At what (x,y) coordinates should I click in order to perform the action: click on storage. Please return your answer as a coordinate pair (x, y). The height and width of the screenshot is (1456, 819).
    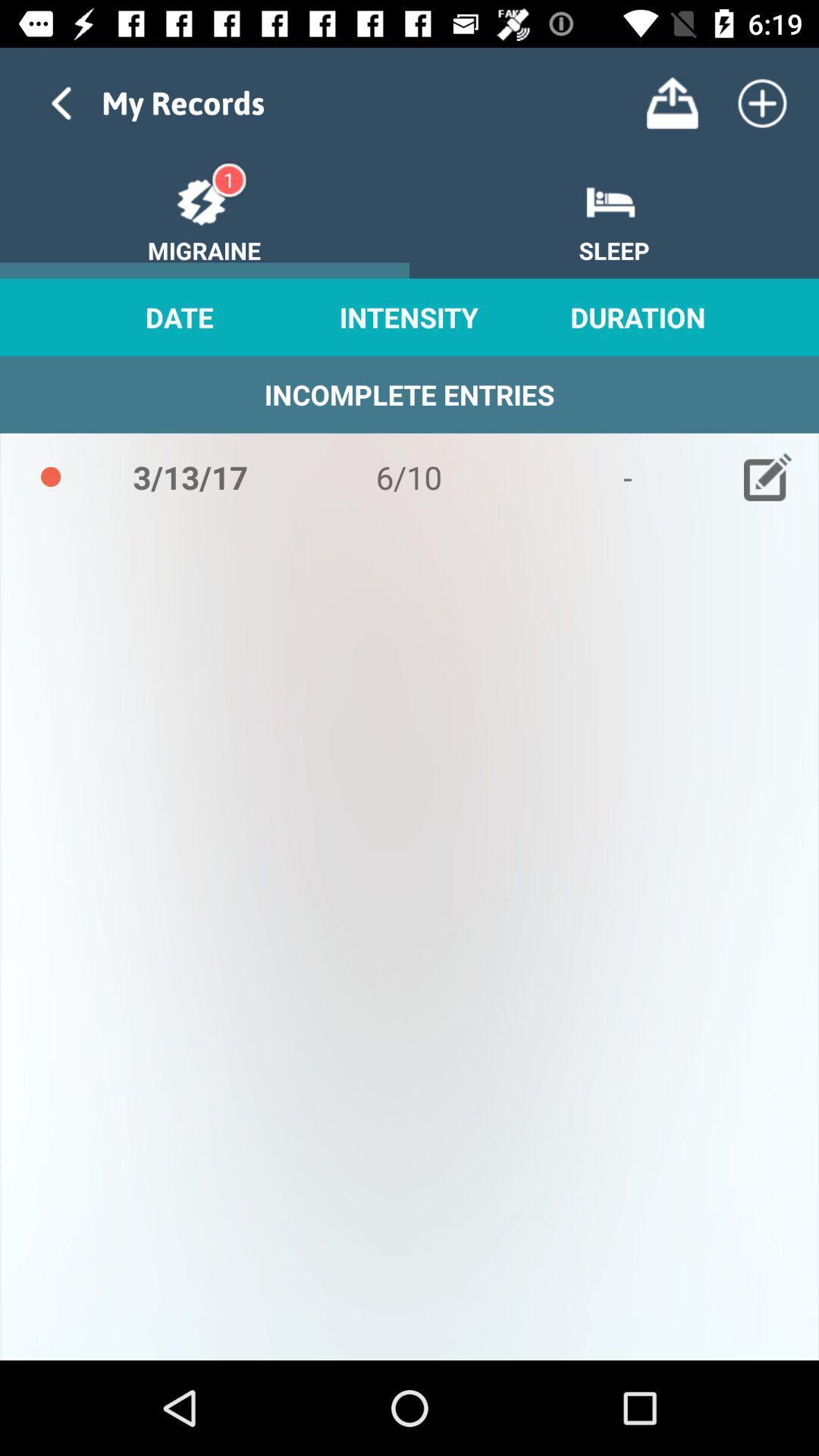
    Looking at the image, I should click on (671, 102).